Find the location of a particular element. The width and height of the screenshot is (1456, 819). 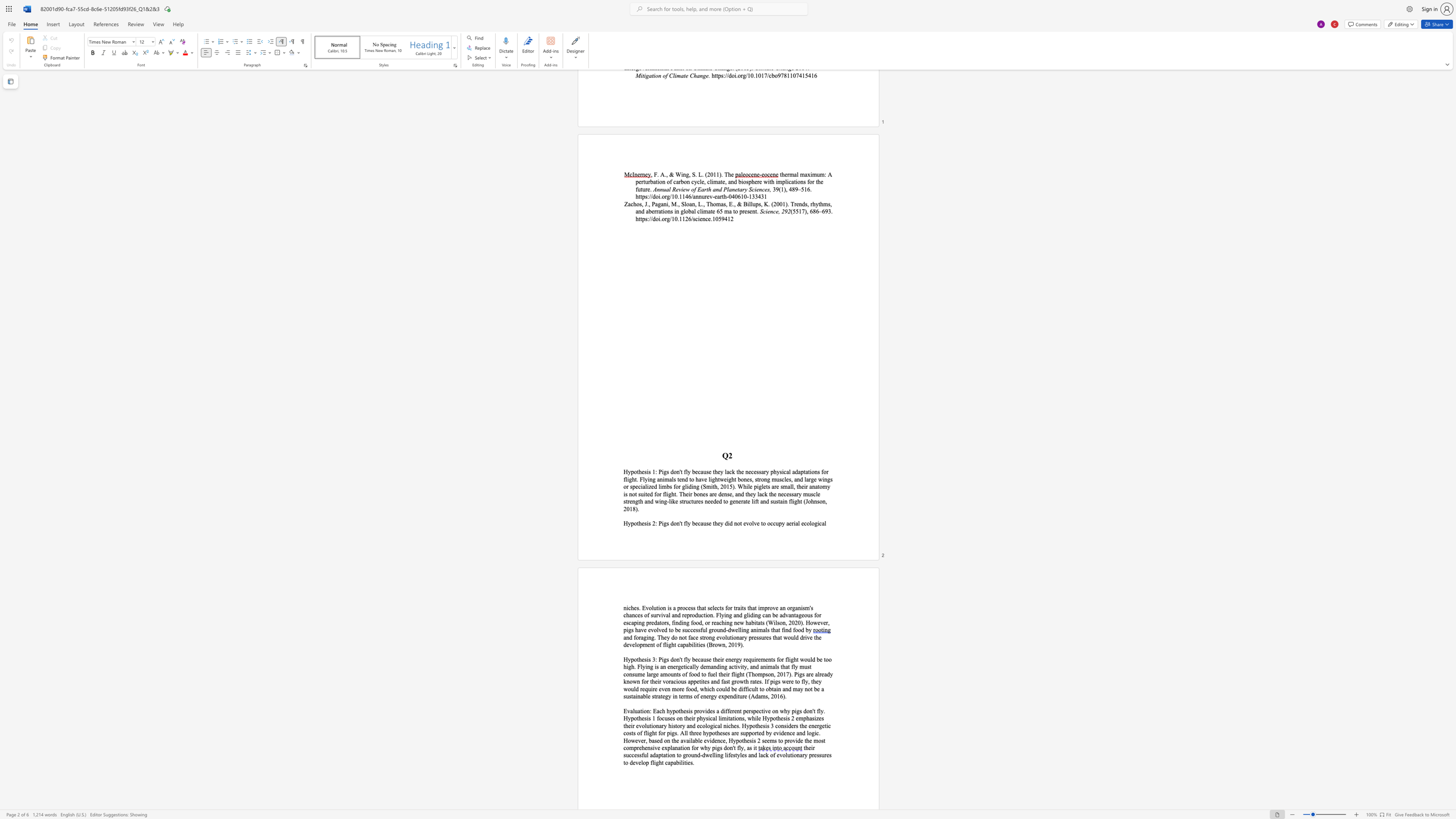

the 1th character "i" in the text is located at coordinates (647, 659).